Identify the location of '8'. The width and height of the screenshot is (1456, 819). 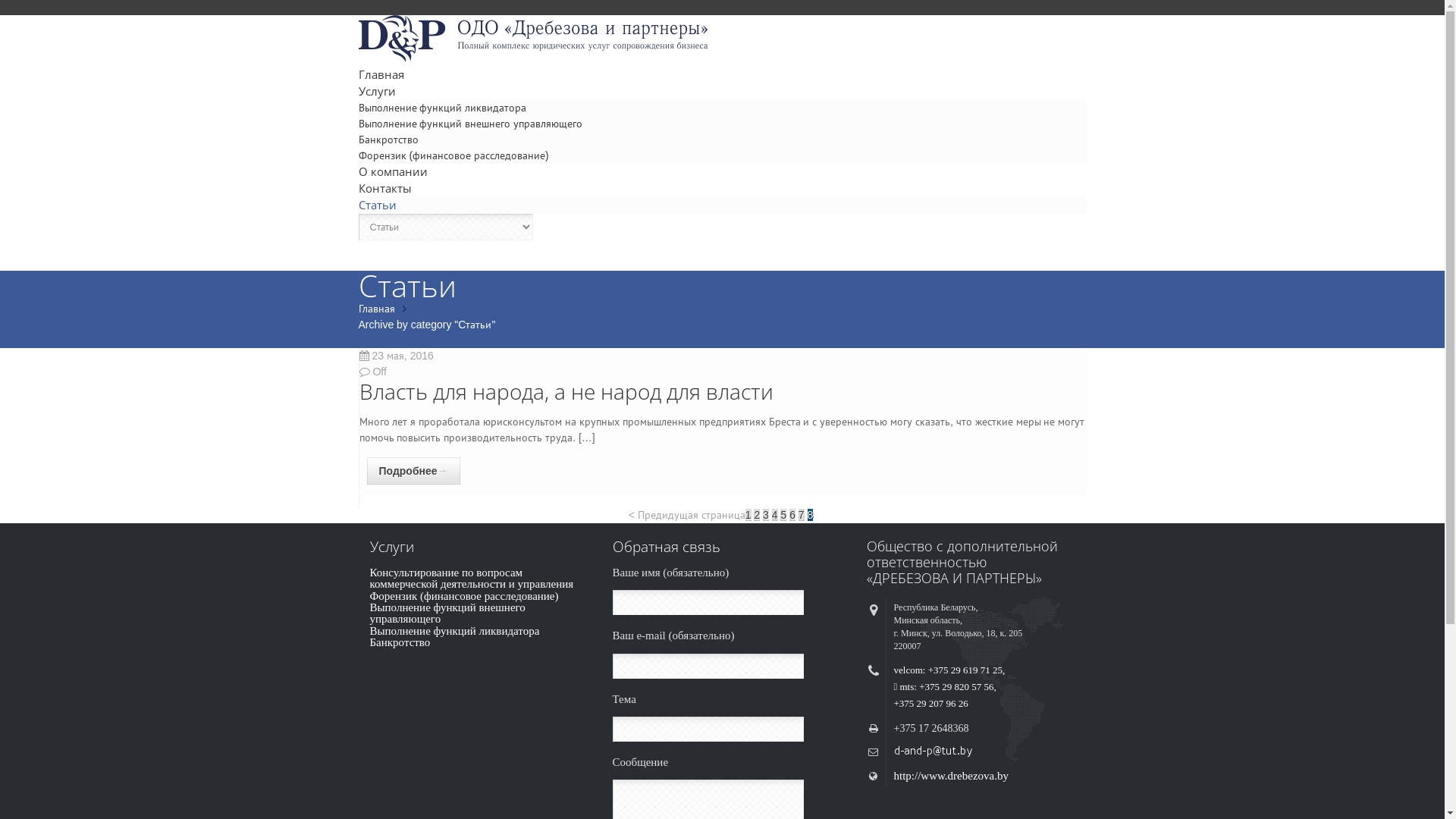
(807, 513).